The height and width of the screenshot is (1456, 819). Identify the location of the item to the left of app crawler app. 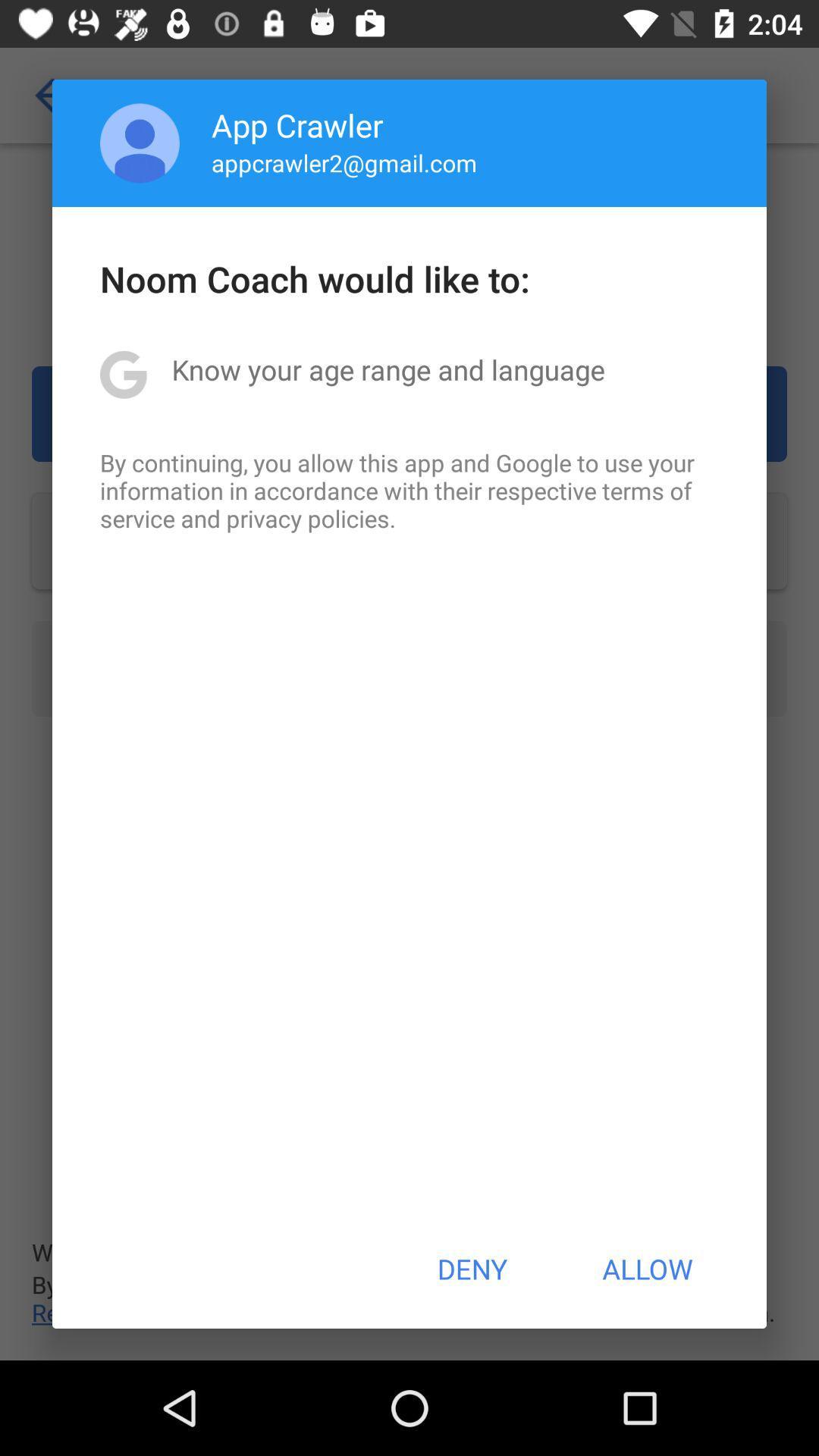
(140, 143).